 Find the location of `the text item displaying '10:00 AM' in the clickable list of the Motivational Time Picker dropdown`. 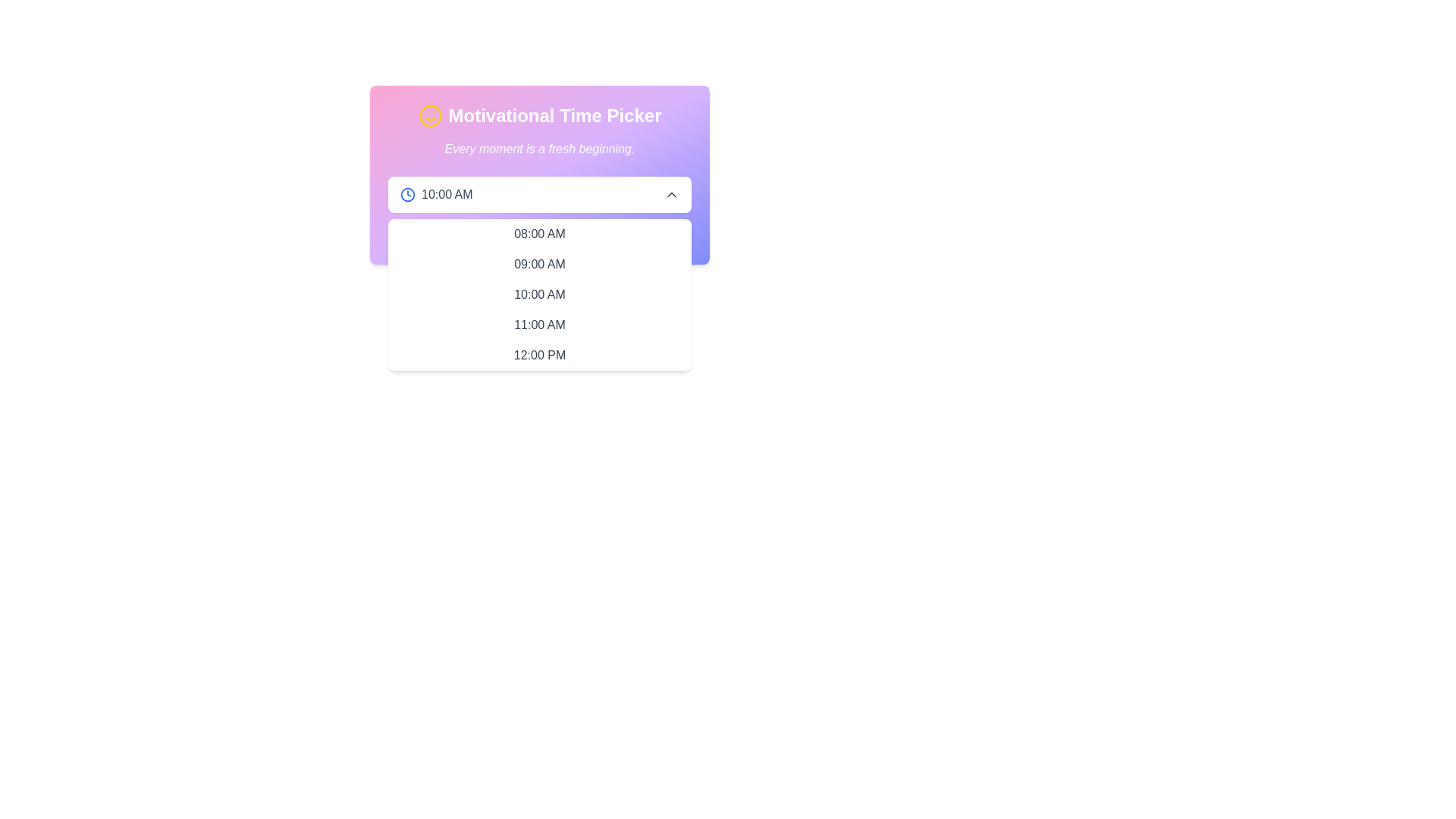

the text item displaying '10:00 AM' in the clickable list of the Motivational Time Picker dropdown is located at coordinates (539, 295).